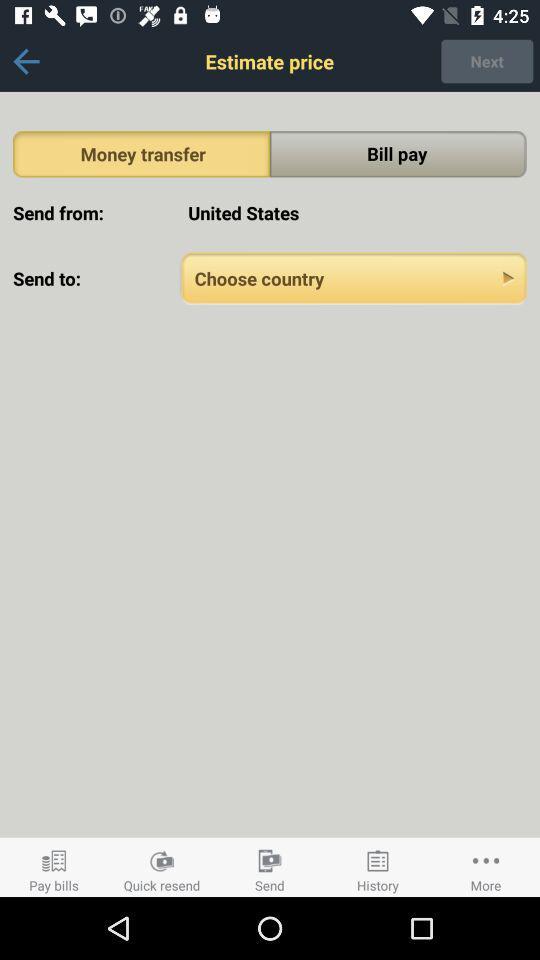  What do you see at coordinates (140, 153) in the screenshot?
I see `the money transfer icon` at bounding box center [140, 153].